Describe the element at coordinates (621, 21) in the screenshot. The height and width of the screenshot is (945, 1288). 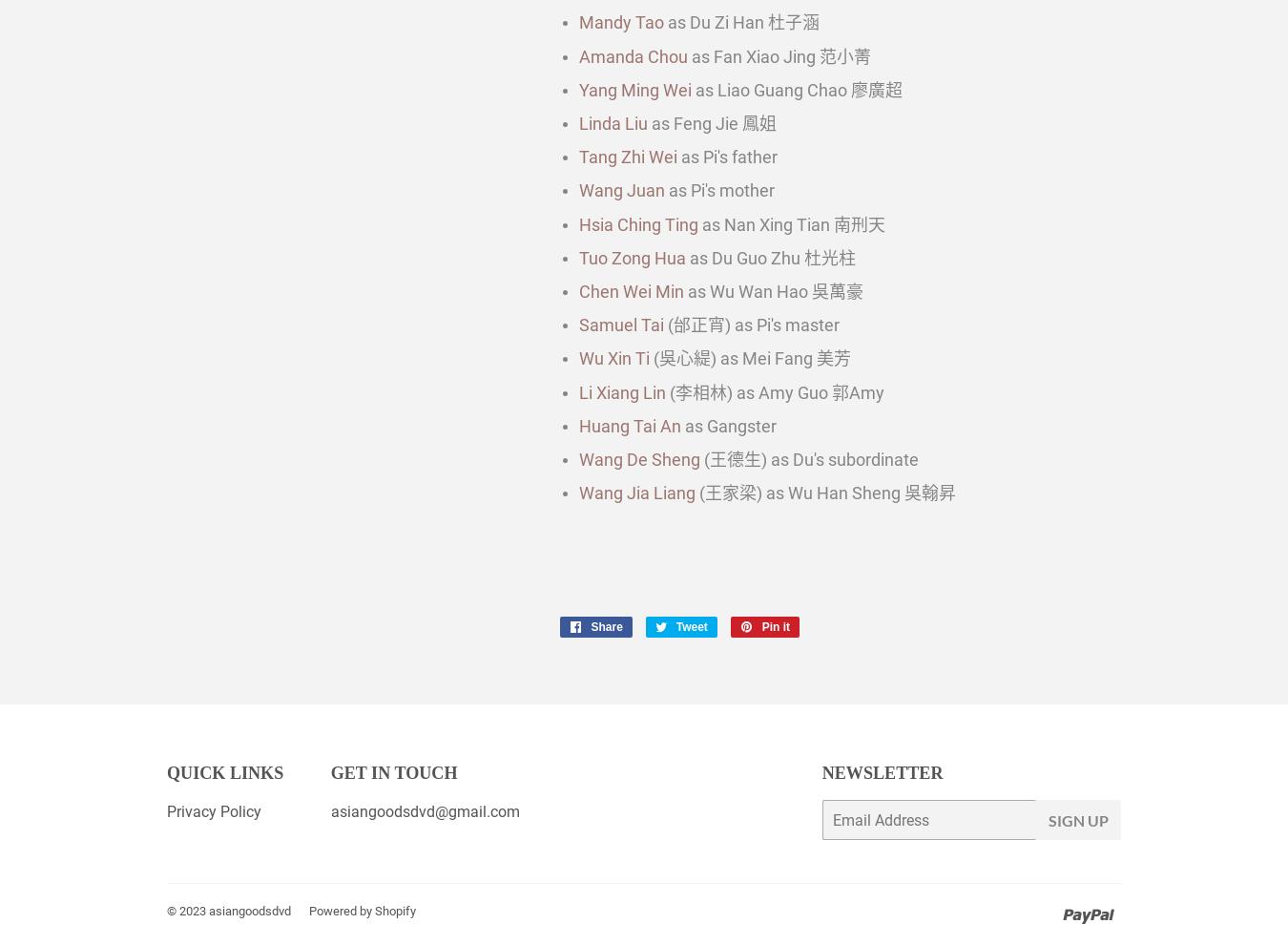
I see `'Mandy Tao'` at that location.